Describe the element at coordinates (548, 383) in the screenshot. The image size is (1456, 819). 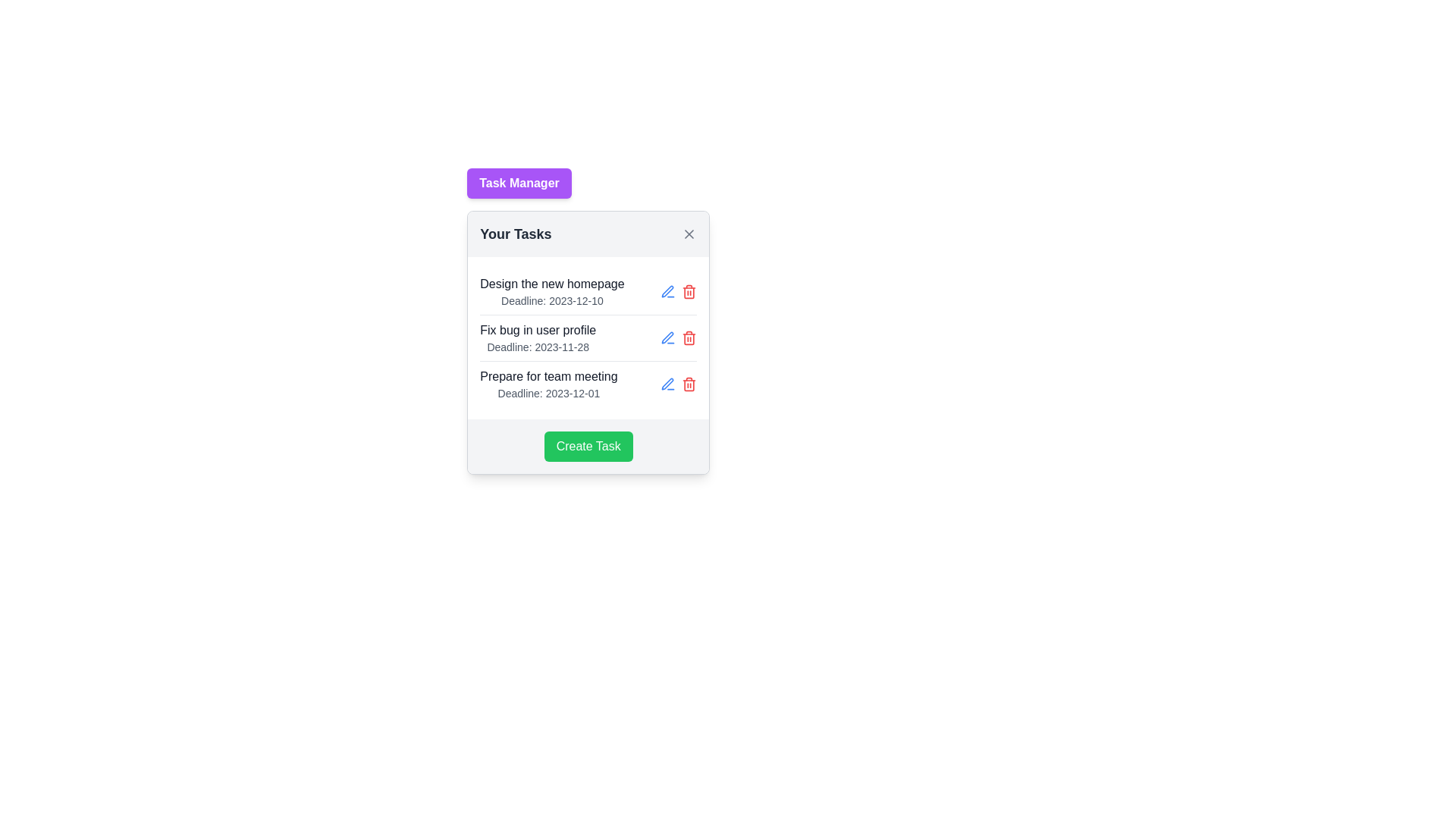
I see `the compound text display component that informs the user about the task 'Prepare for team meeting' and its deadline '2023-12-01'` at that location.